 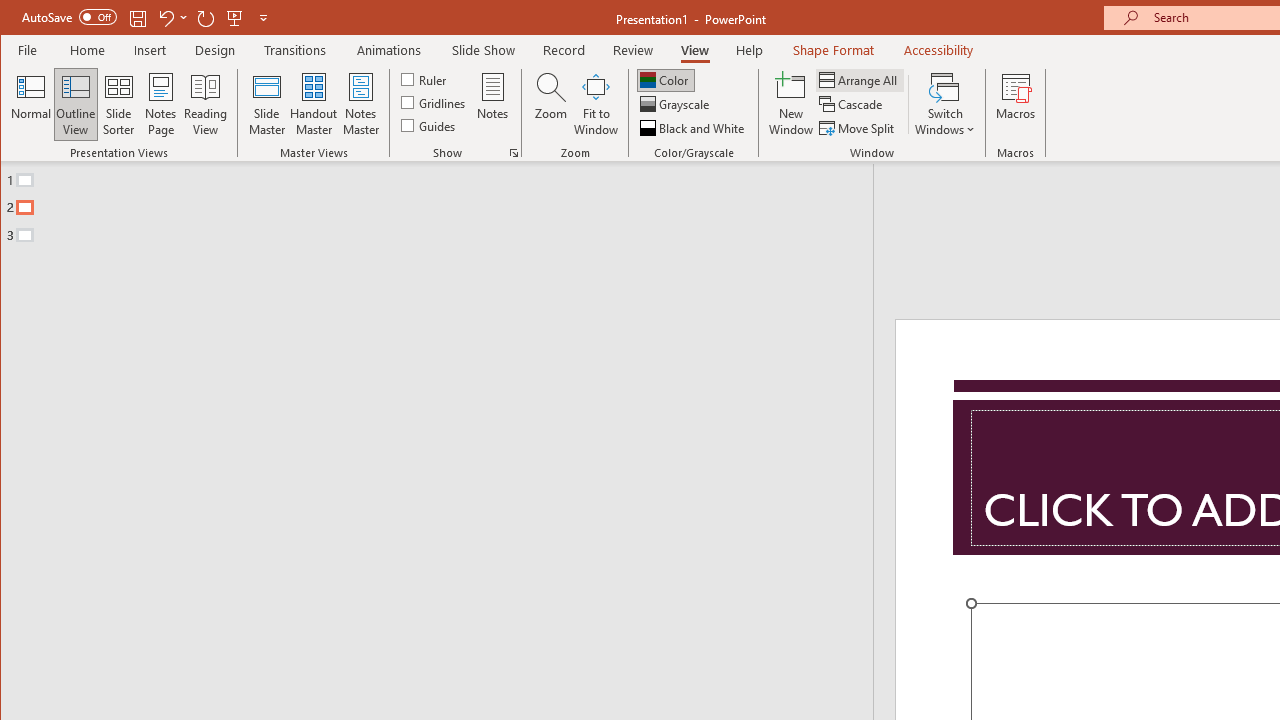 What do you see at coordinates (265, 104) in the screenshot?
I see `'Slide Master'` at bounding box center [265, 104].